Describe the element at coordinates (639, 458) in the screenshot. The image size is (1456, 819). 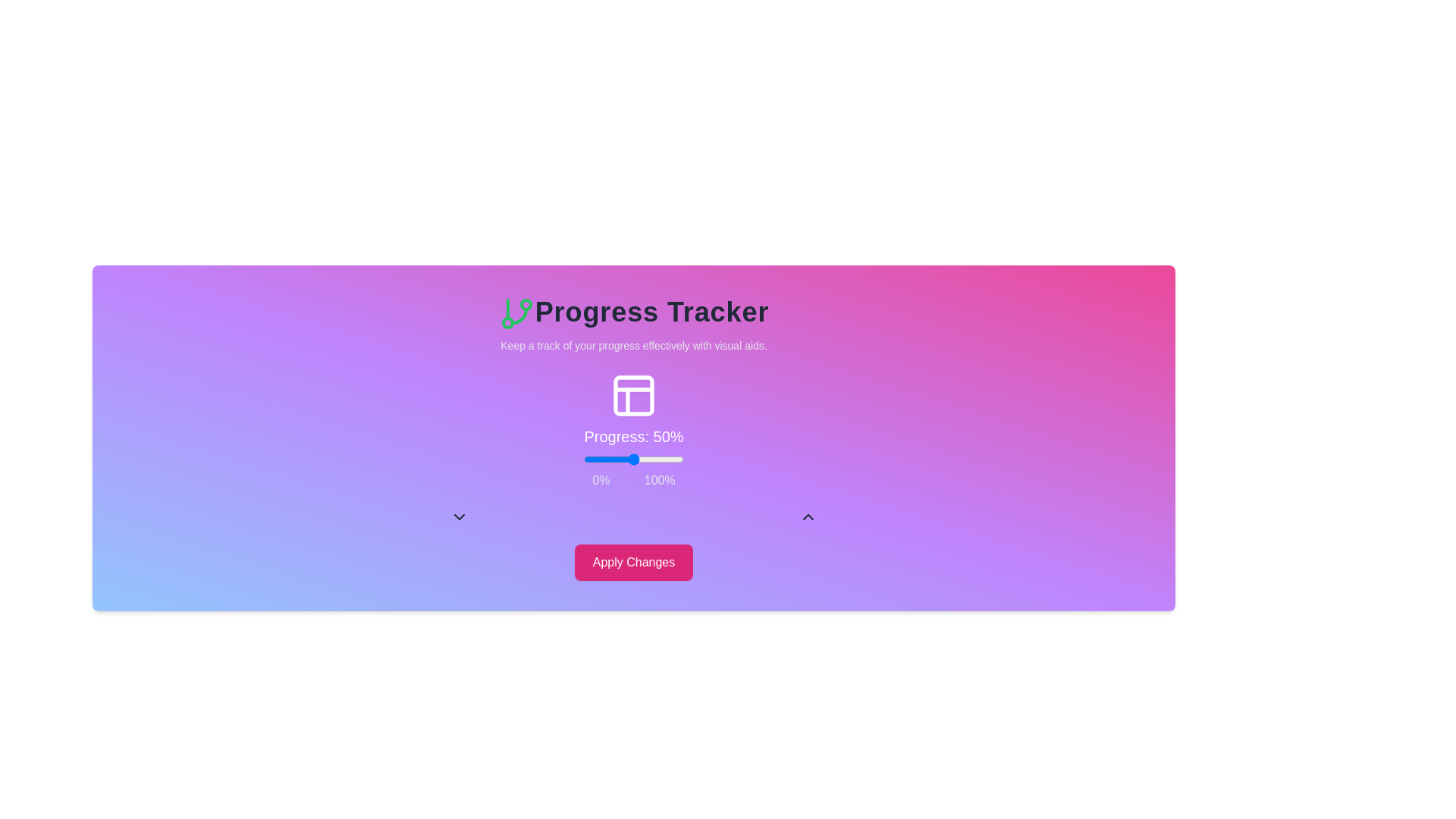
I see `the progress slider to 56%` at that location.